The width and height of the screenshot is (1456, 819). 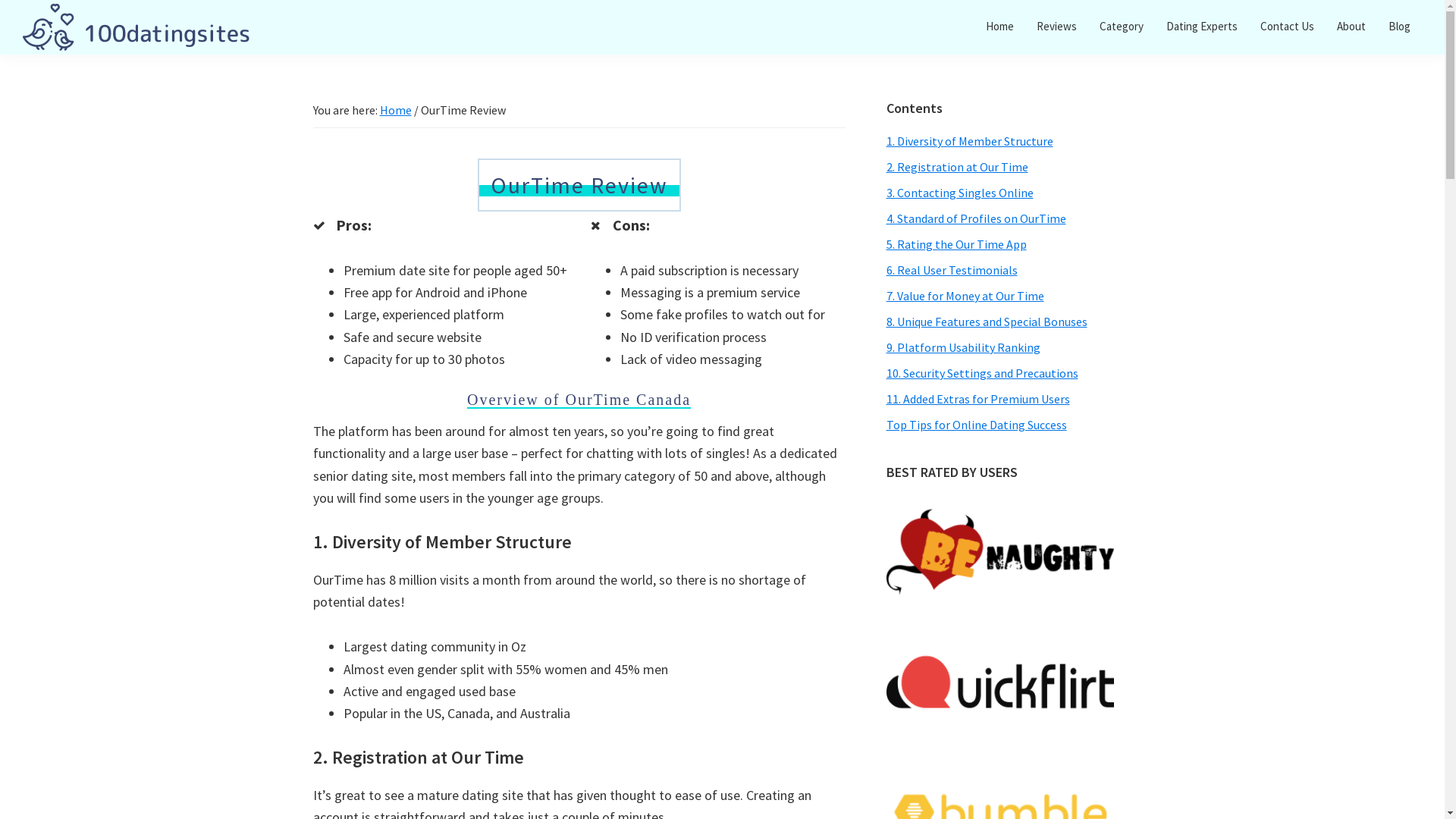 What do you see at coordinates (0, 0) in the screenshot?
I see `'Skip to primary navigation'` at bounding box center [0, 0].